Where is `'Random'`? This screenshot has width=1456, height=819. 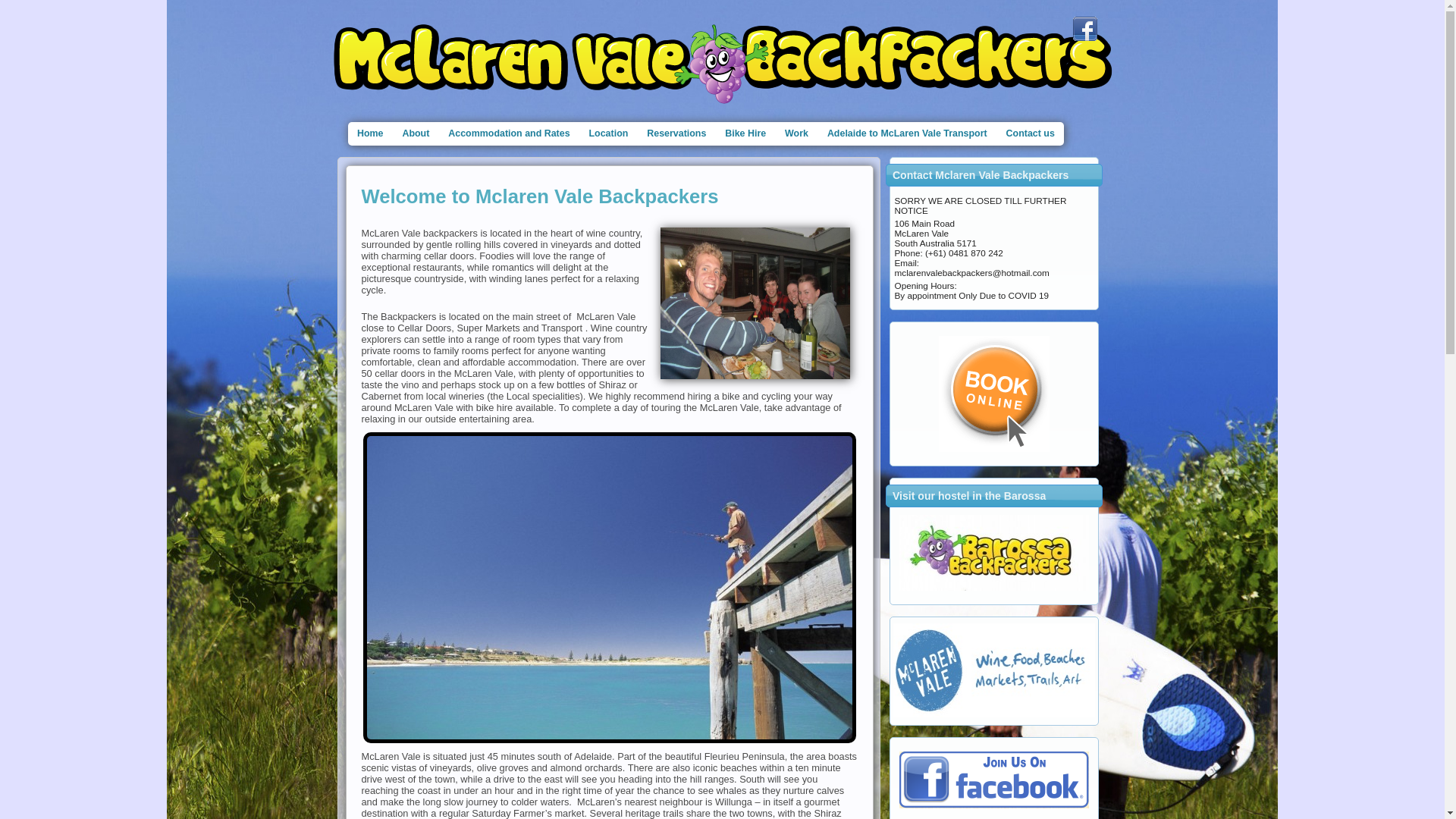
'Random' is located at coordinates (993, 553).